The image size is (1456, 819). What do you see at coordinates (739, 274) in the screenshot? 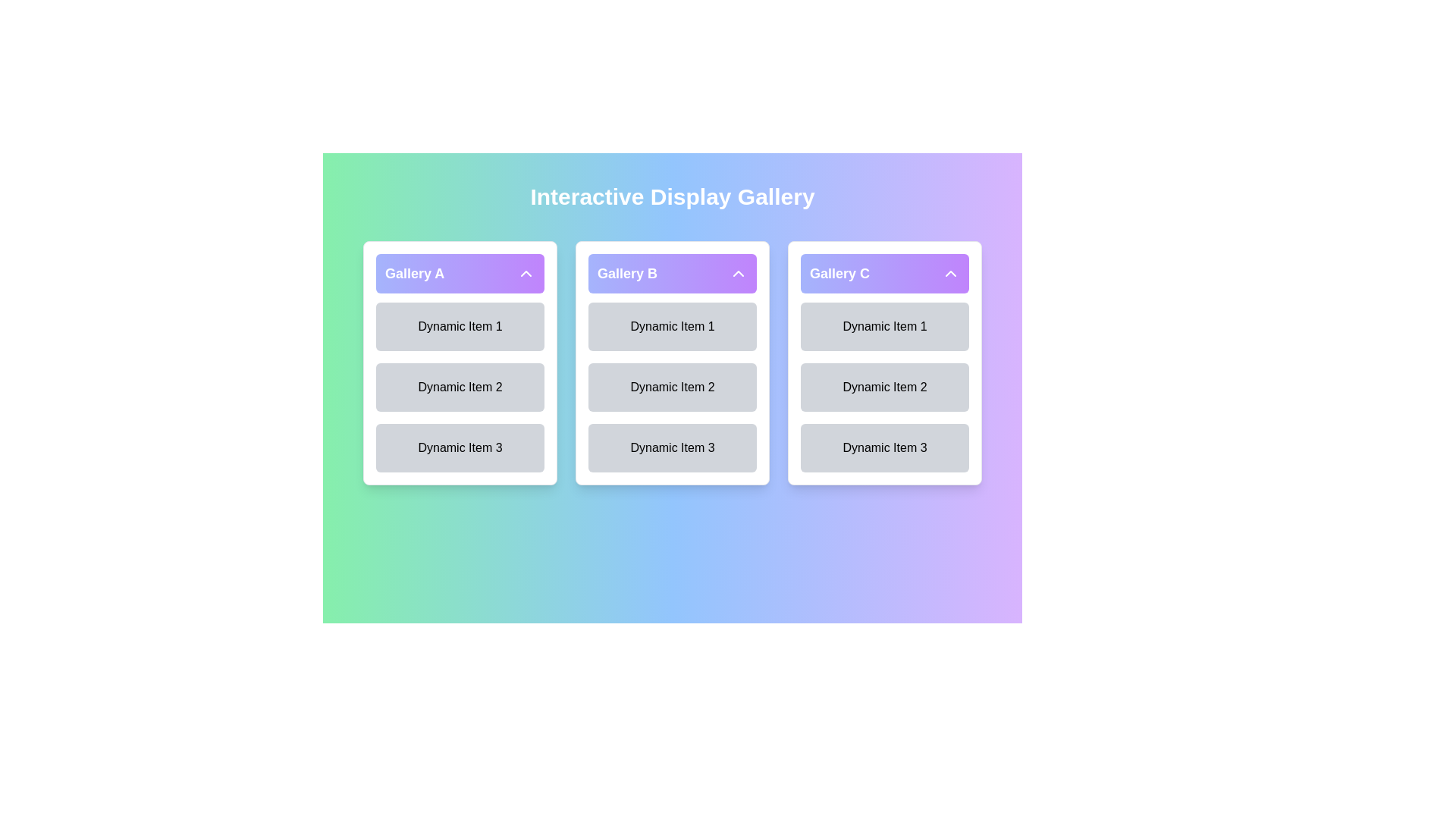
I see `the Chevron Up icon located at the top-right corner of the 'Gallery B' card's title bar, which functions as a toggle for expanding or collapsing content` at bounding box center [739, 274].